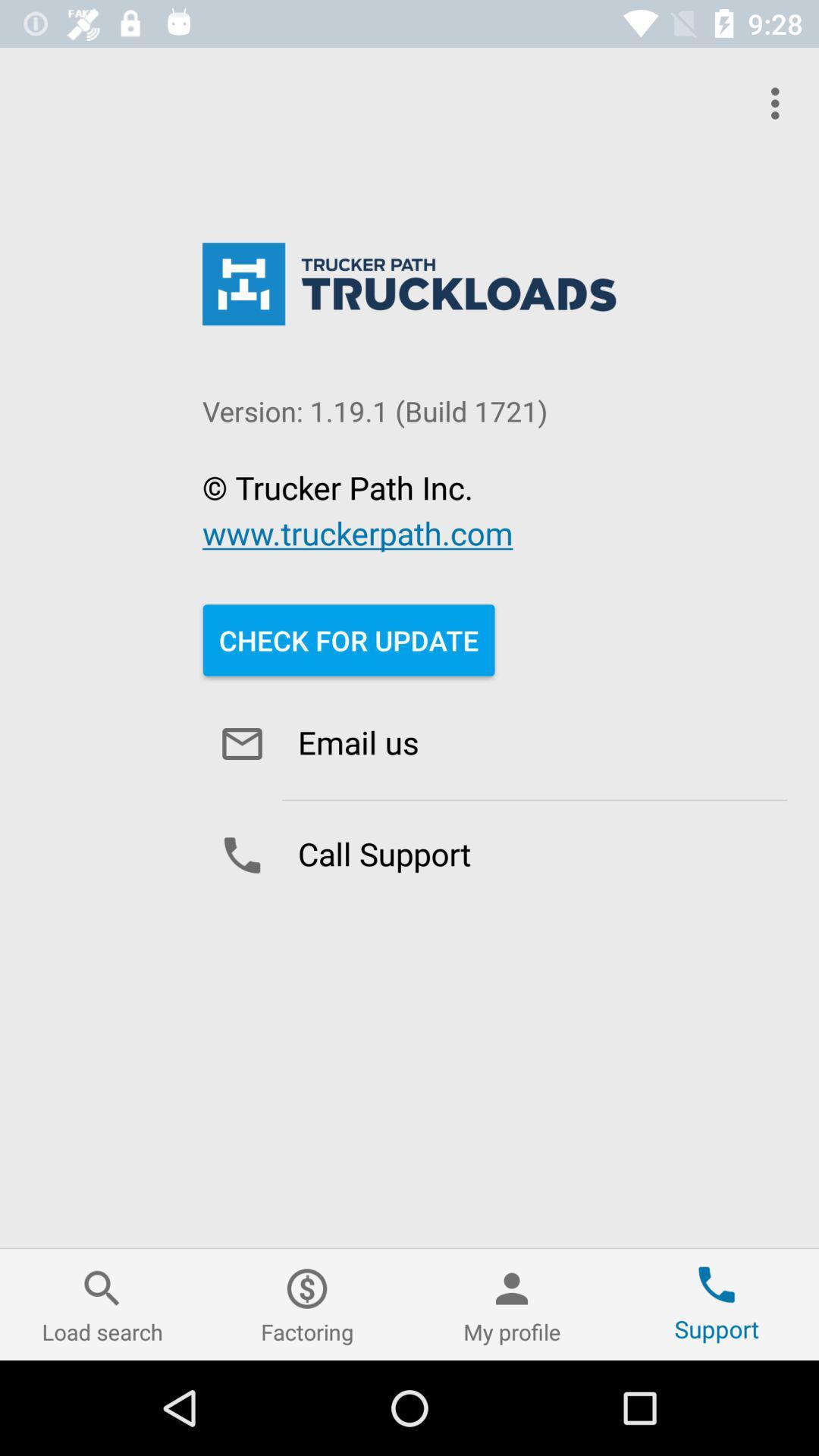 Image resolution: width=819 pixels, height=1456 pixels. What do you see at coordinates (357, 532) in the screenshot?
I see `fourth line` at bounding box center [357, 532].